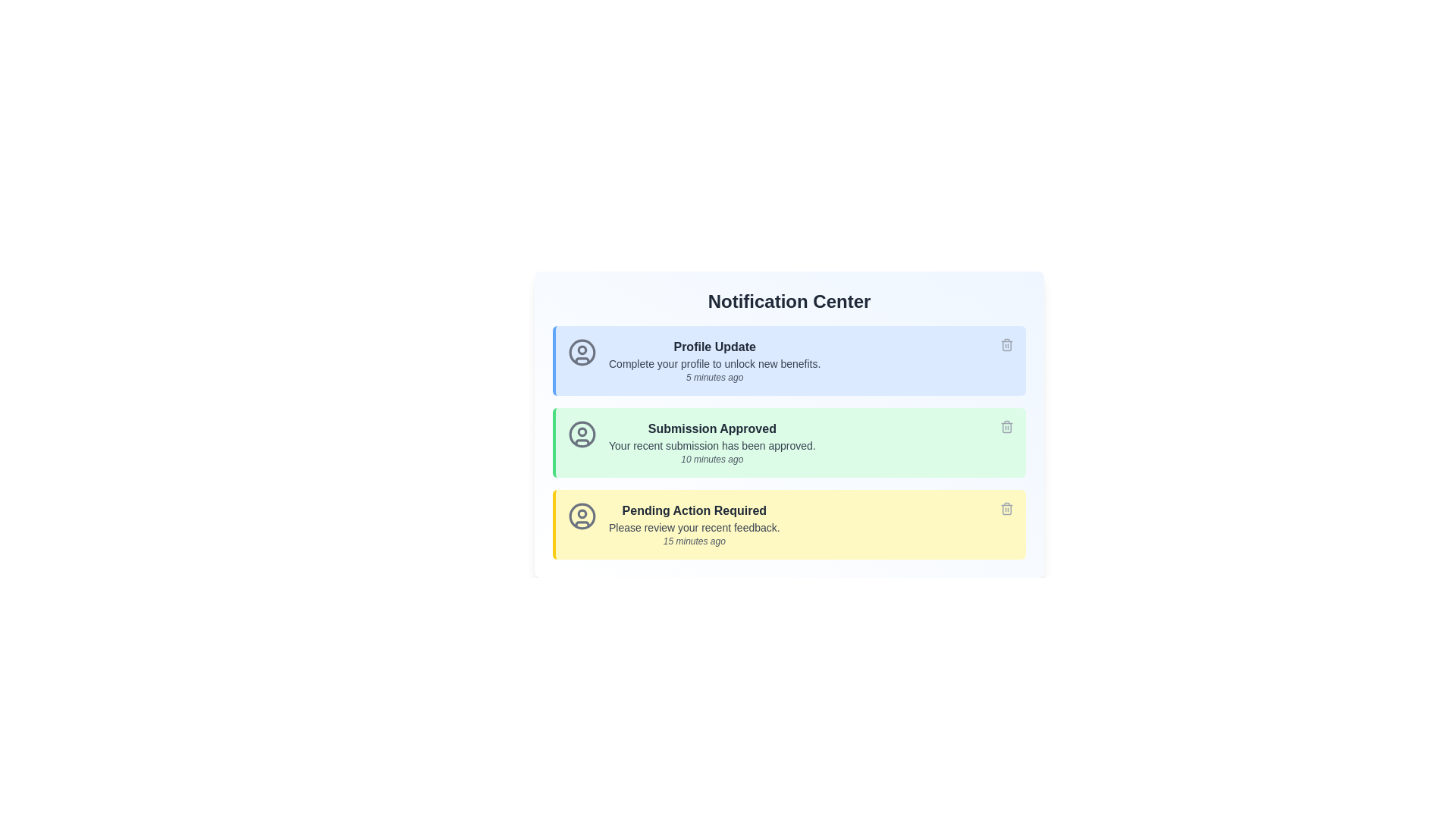 The image size is (1456, 819). What do you see at coordinates (789, 360) in the screenshot?
I see `the first Notification card in the Notification Center that informs users about updating their profile and its benefits` at bounding box center [789, 360].